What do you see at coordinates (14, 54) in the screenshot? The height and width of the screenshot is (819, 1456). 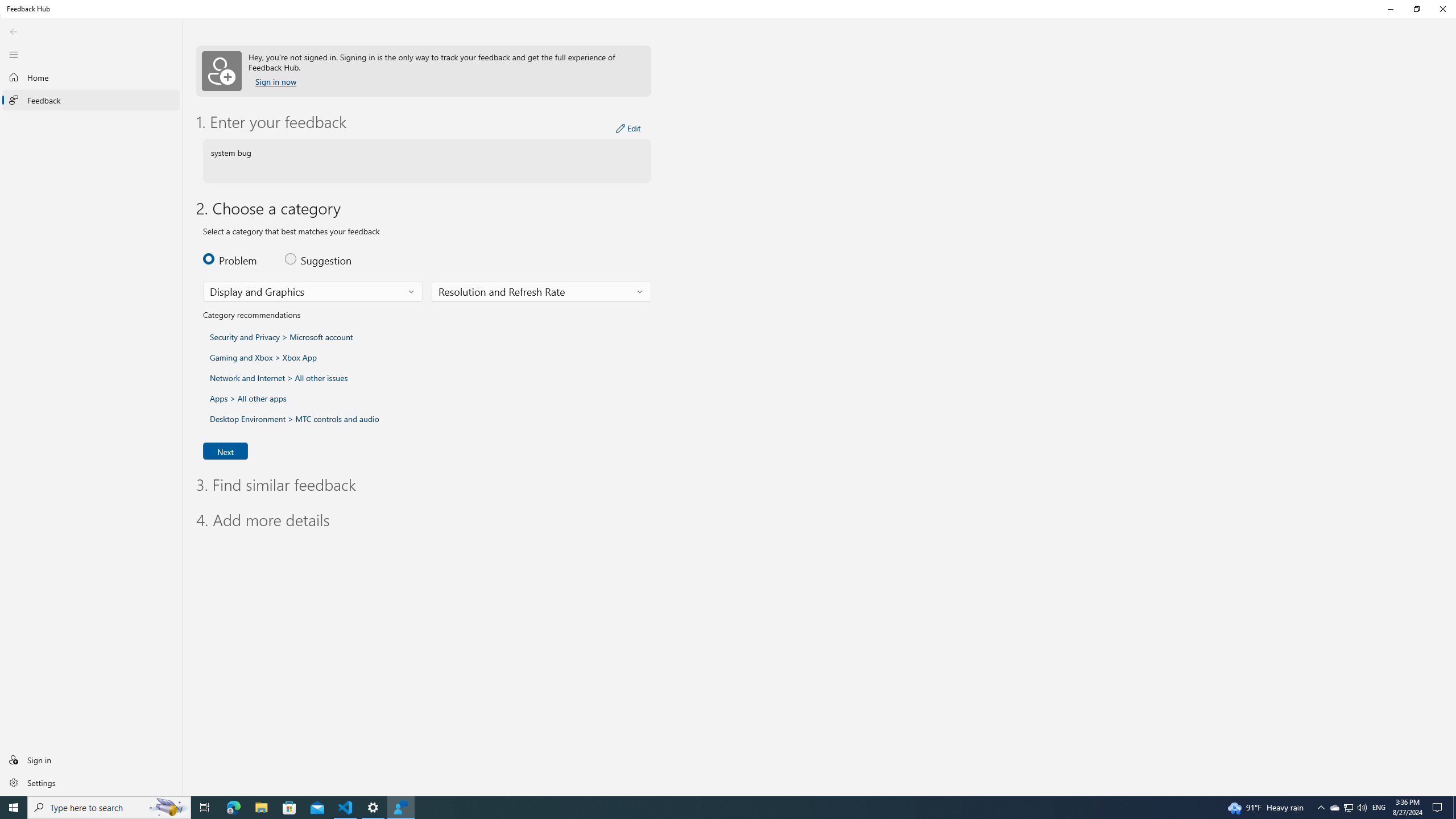 I see `'Close Navigation'` at bounding box center [14, 54].